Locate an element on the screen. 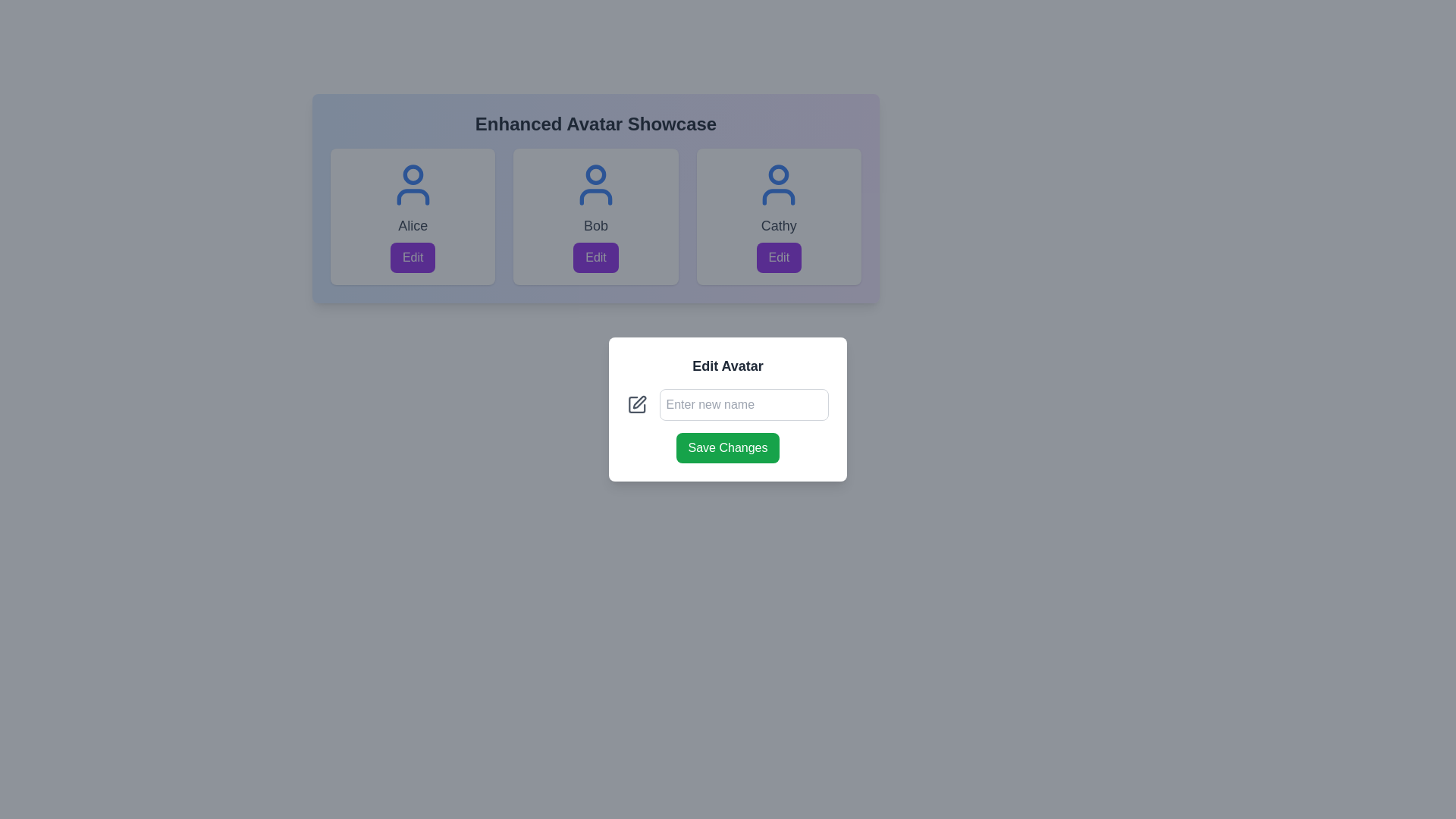 This screenshot has width=1456, height=819. the 'Save Changes' button, which is a rectangular button with a green background and white text, positioned centrally below the input field labeled 'Enter new name' is located at coordinates (728, 447).